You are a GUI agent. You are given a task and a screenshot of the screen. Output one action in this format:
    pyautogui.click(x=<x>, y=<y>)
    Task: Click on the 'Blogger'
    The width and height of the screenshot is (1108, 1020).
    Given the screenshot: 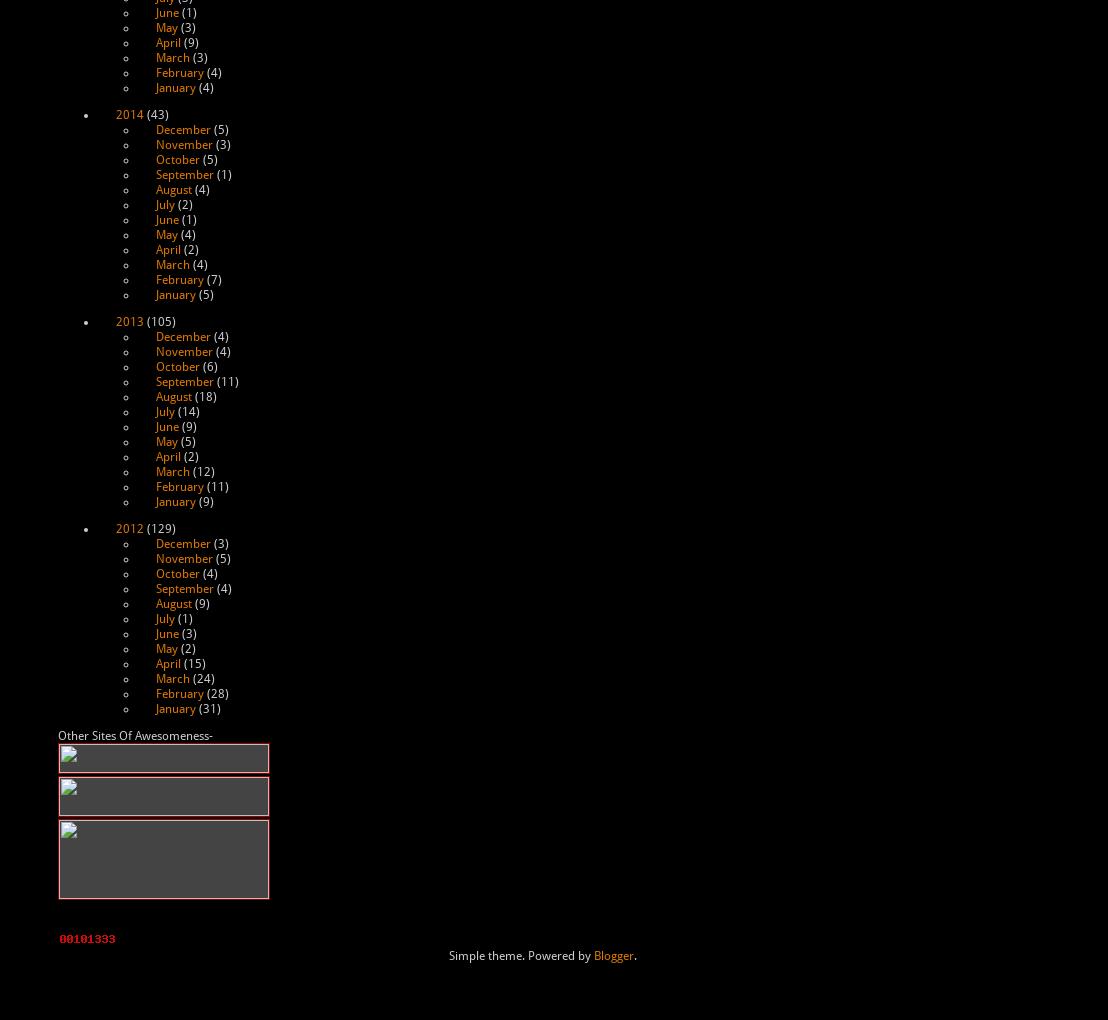 What is the action you would take?
    pyautogui.click(x=613, y=955)
    